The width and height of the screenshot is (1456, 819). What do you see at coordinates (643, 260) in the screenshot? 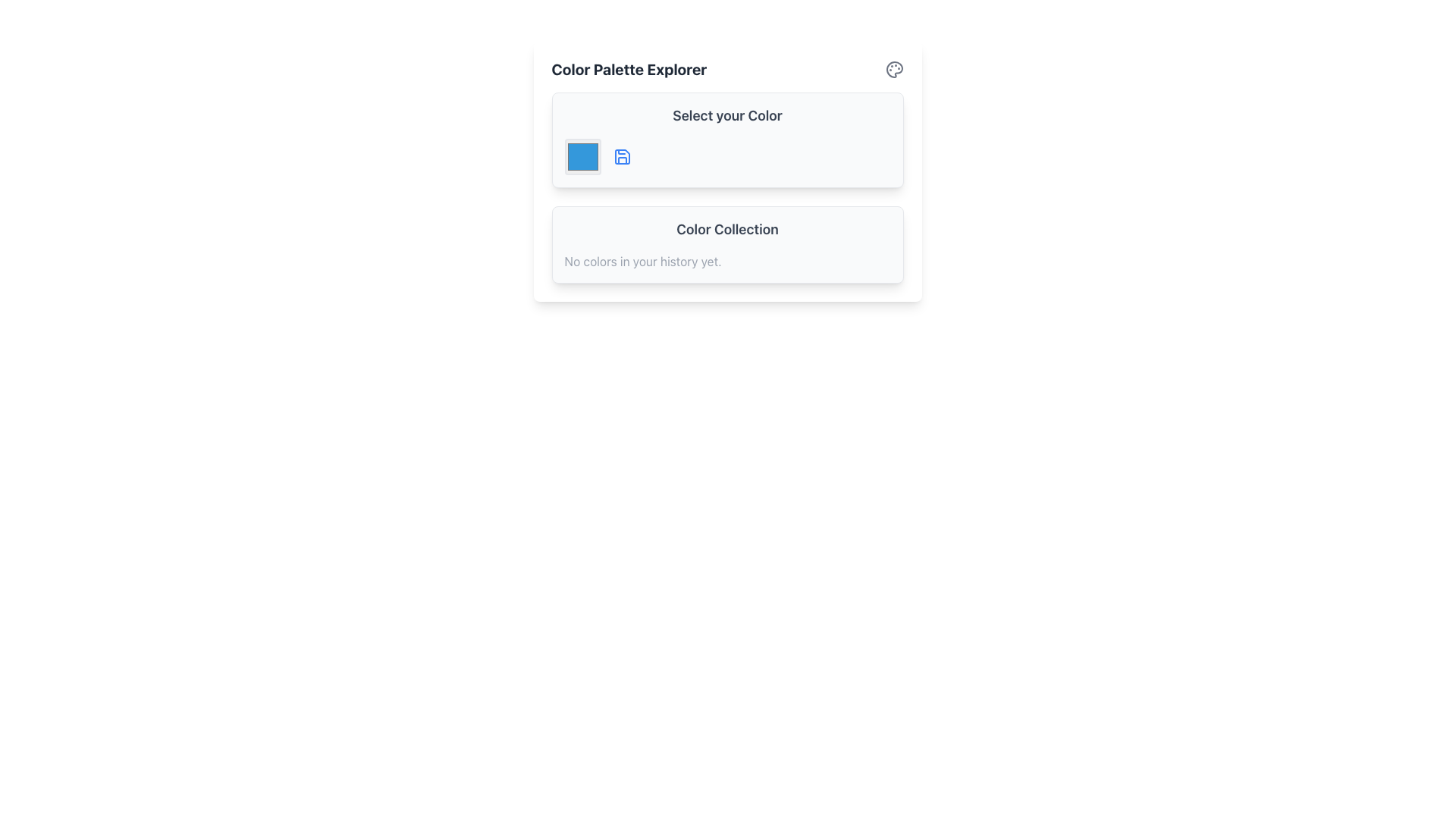
I see `message displayed in the light gray text label that states 'No colors in your history yet.' within the 'Color Collection' section of the 'Color Palette Explorer' interface` at bounding box center [643, 260].